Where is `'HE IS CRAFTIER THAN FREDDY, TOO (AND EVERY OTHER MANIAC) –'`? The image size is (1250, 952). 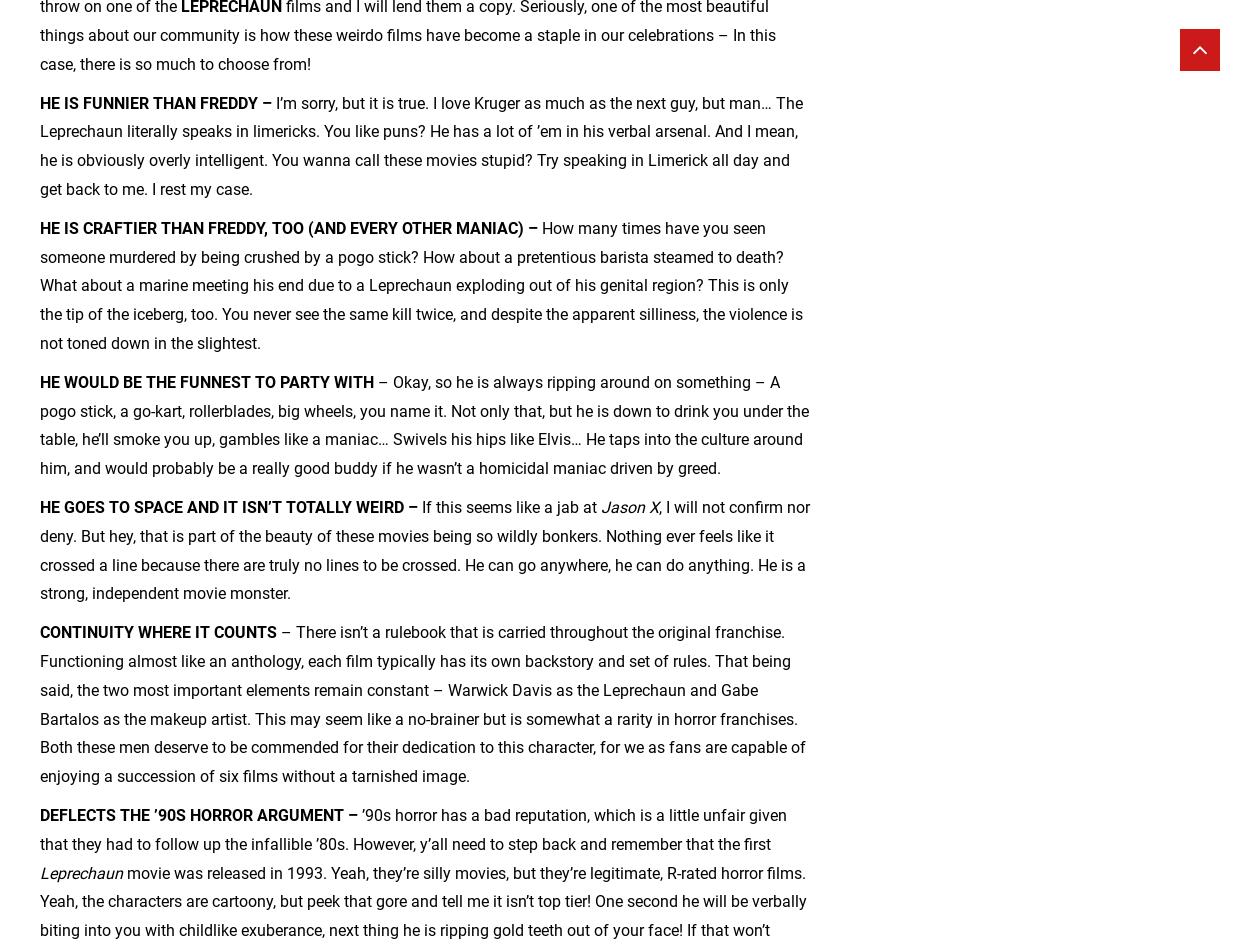
'HE IS CRAFTIER THAN FREDDY, TOO (AND EVERY OTHER MANIAC) –' is located at coordinates (289, 227).